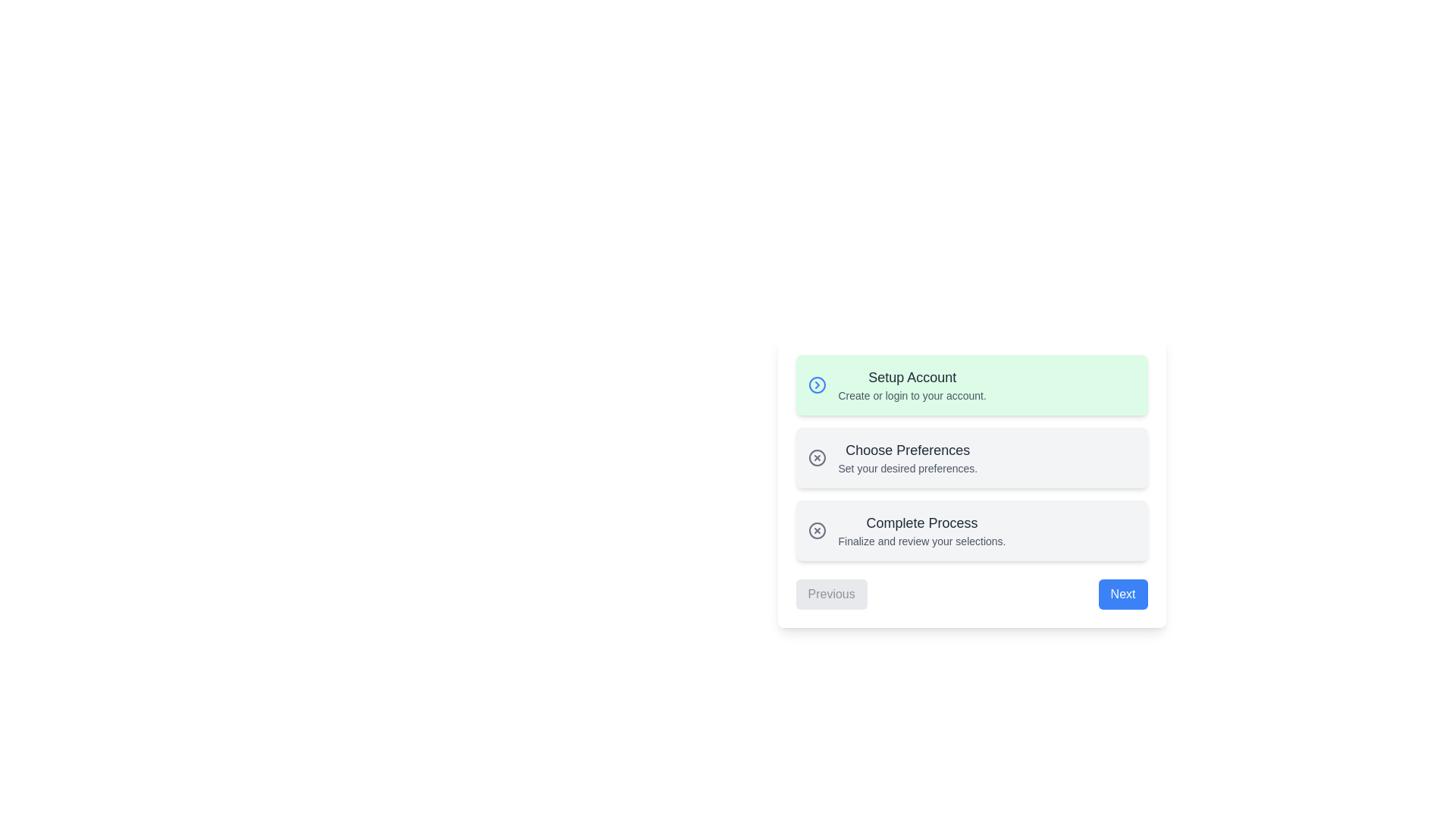  Describe the element at coordinates (971, 384) in the screenshot. I see `the 'Setup Account' button-like card element, which is the first in a vertical list of cards` at that location.